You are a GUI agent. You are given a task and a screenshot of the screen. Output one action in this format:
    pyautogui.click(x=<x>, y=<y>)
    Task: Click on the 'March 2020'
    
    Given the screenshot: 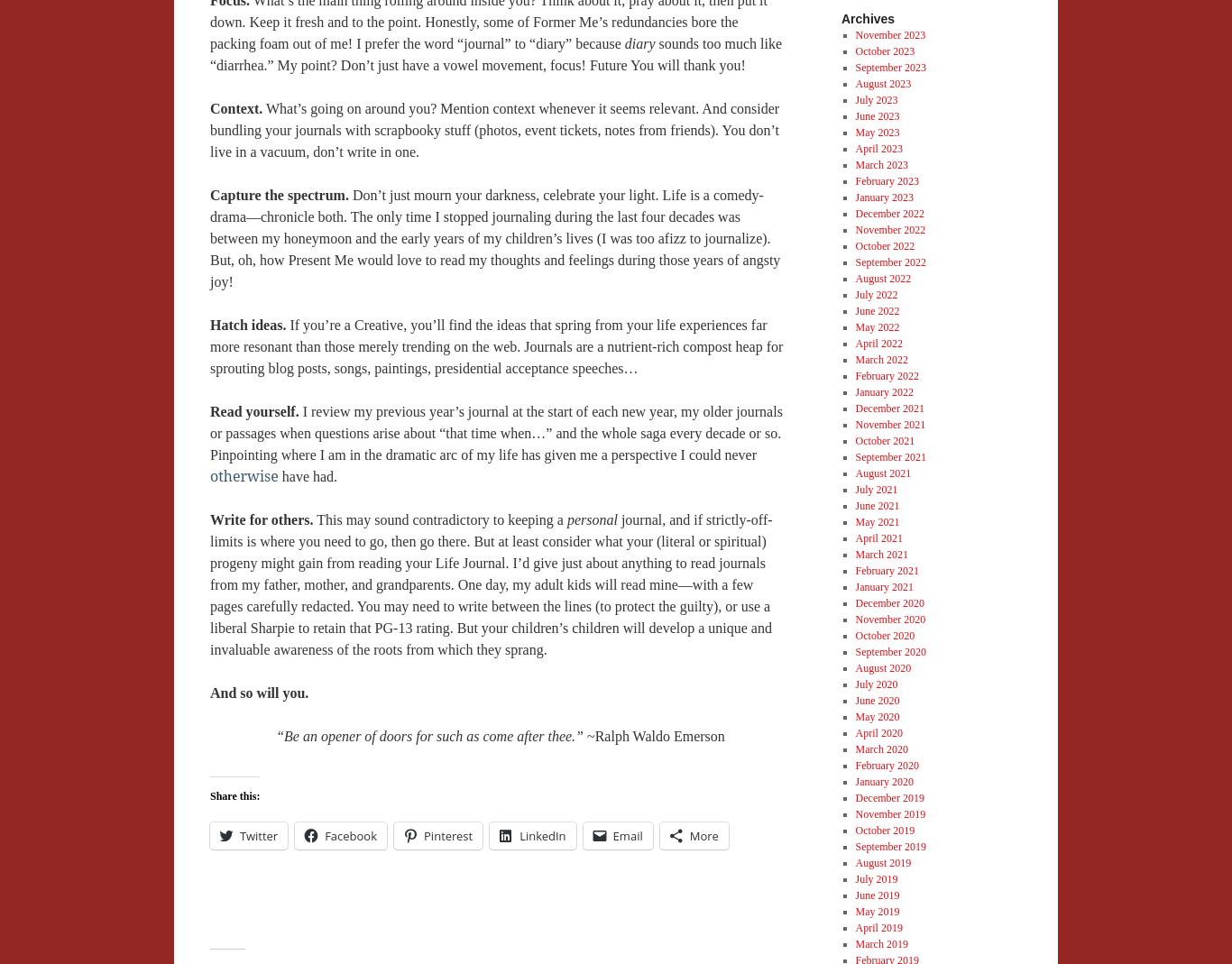 What is the action you would take?
    pyautogui.click(x=880, y=748)
    